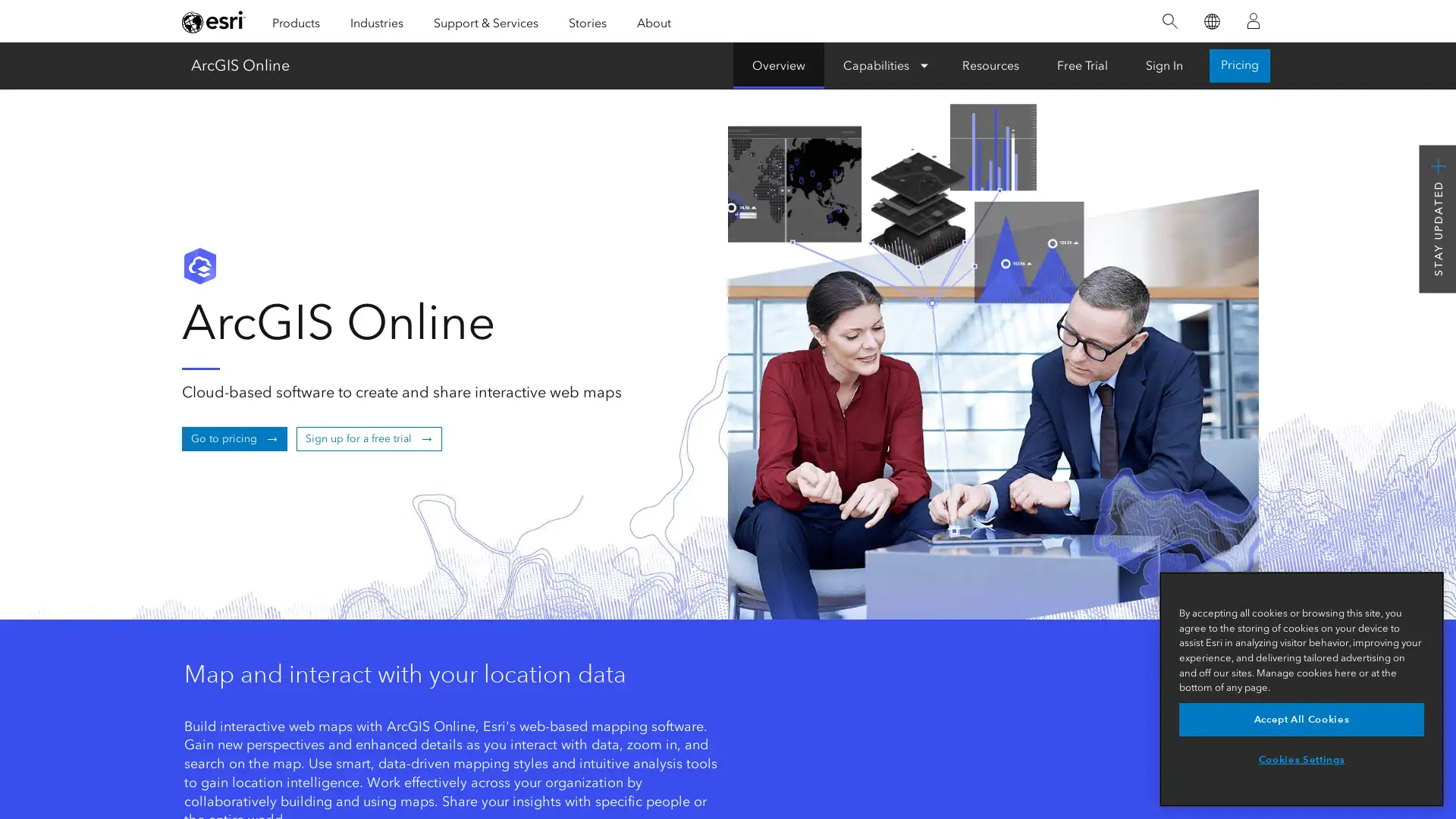 This screenshot has height=819, width=1456. I want to click on Support & Services, so click(486, 20).